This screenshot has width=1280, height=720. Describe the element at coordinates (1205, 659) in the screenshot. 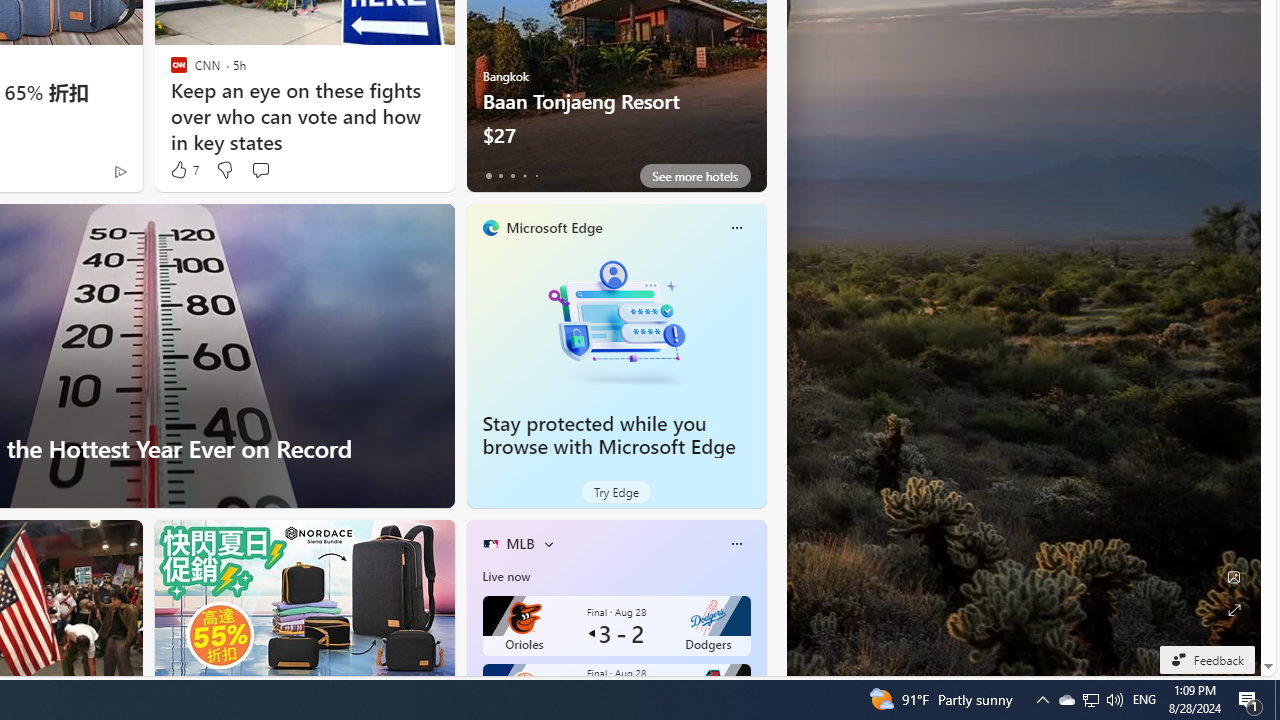

I see `'Feedback'` at that location.